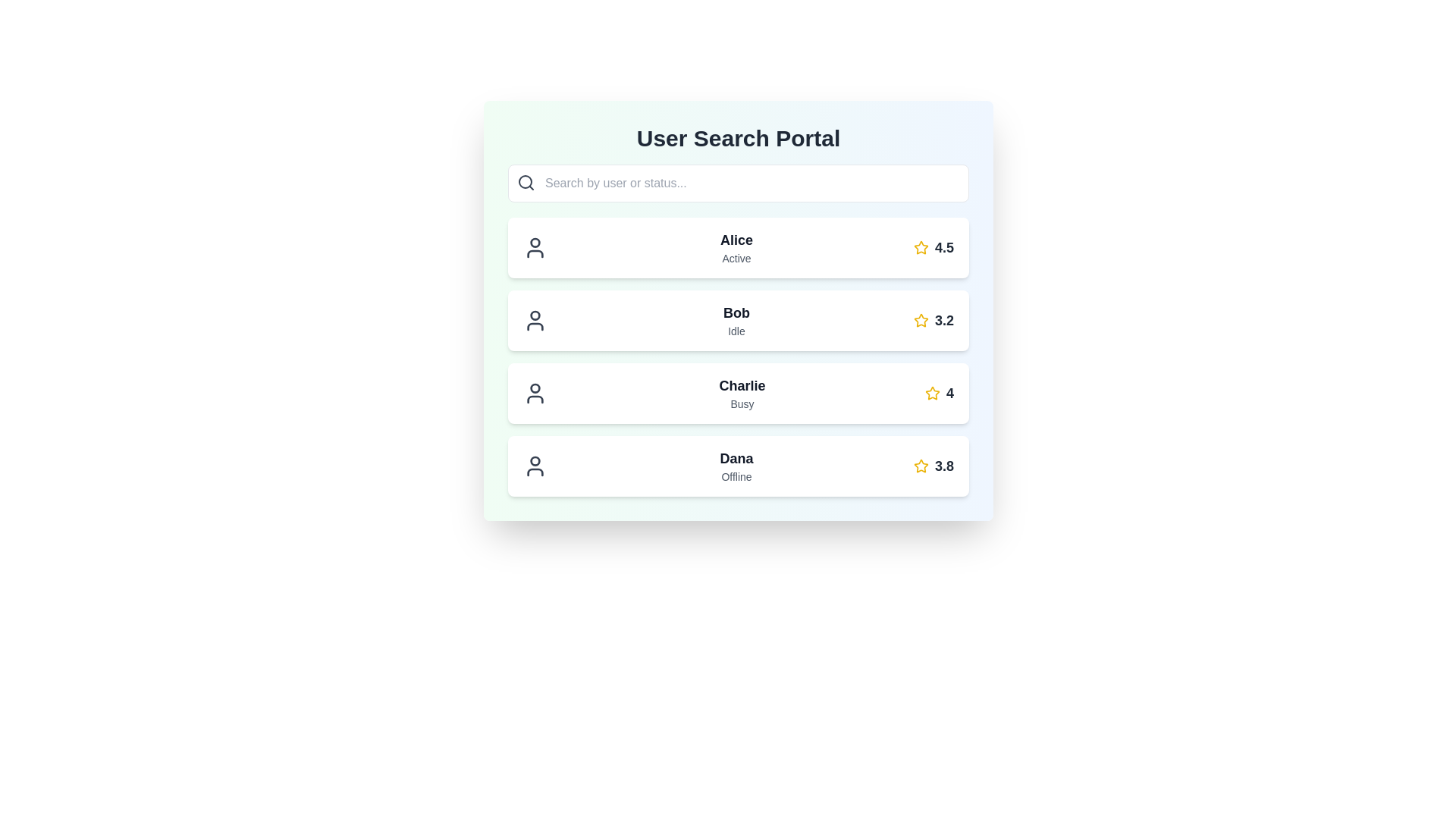  What do you see at coordinates (736, 465) in the screenshot?
I see `displayed text in the Text block that shows the user's name and current status, located in the fourth row of the user list, between an avatar icon and a rating value` at bounding box center [736, 465].